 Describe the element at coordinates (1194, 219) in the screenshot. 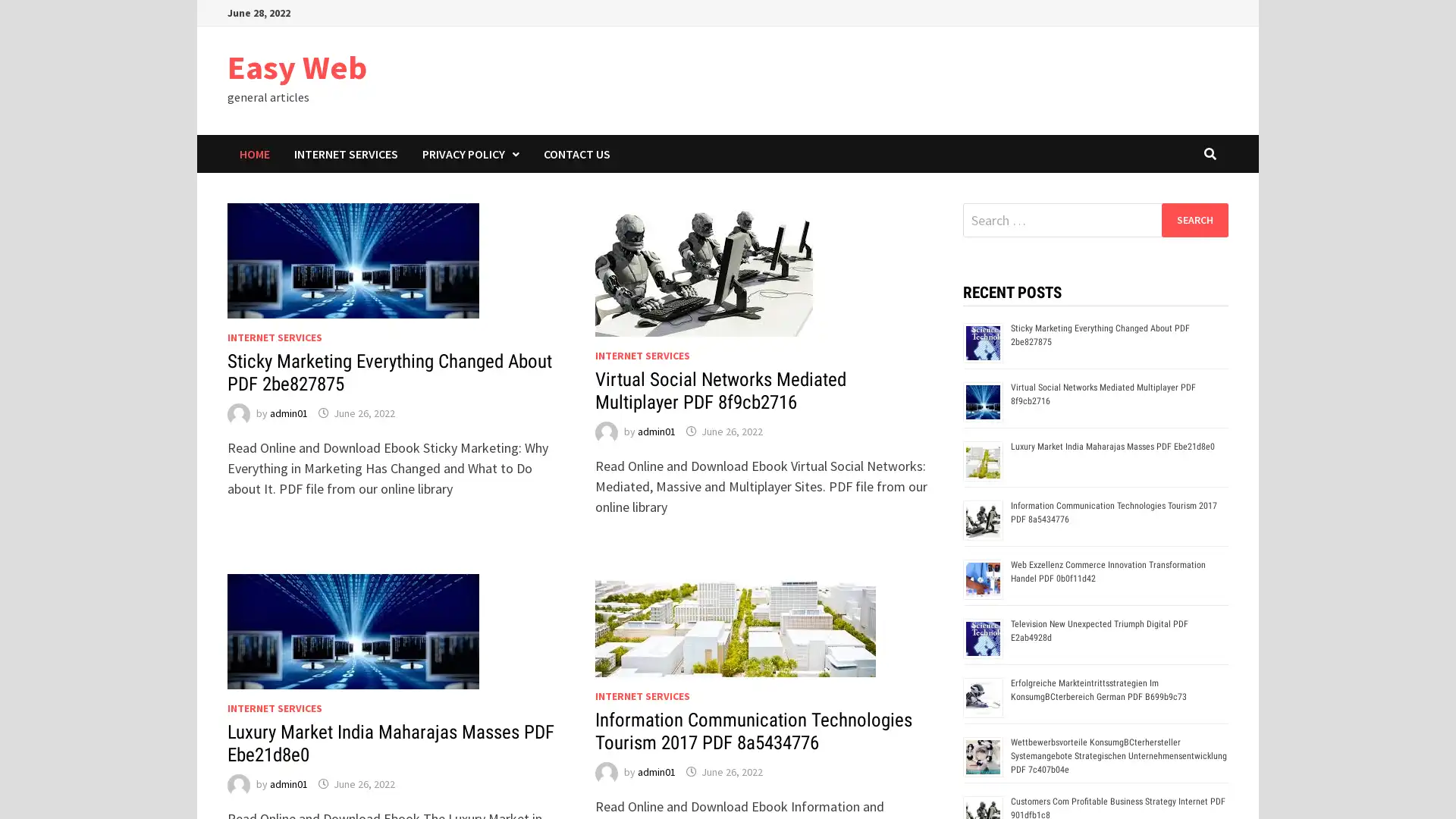

I see `Search` at that location.